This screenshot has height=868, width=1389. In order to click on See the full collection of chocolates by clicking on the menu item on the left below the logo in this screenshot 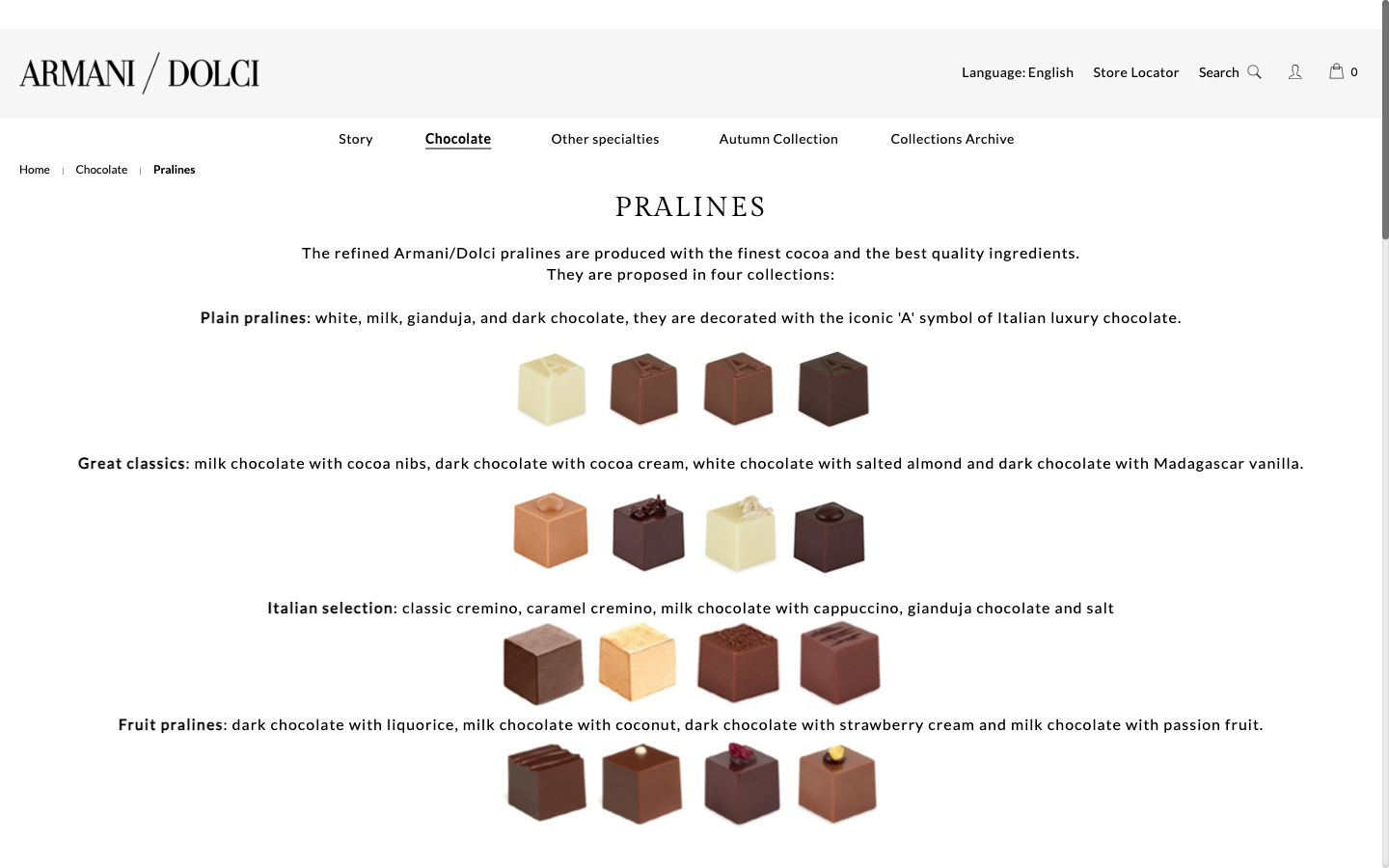, I will do `click(101, 169)`.